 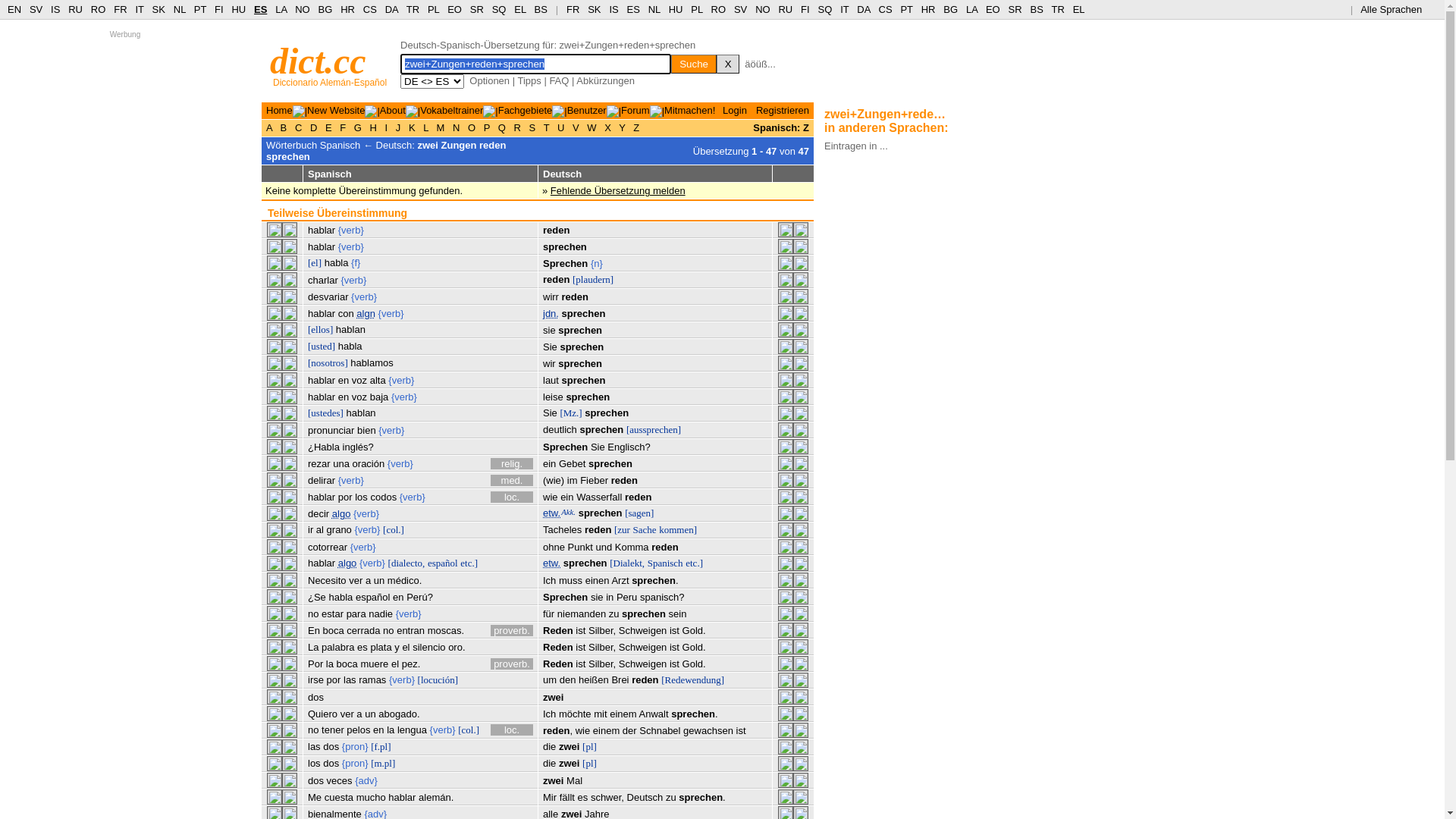 What do you see at coordinates (599, 714) in the screenshot?
I see `'mit'` at bounding box center [599, 714].